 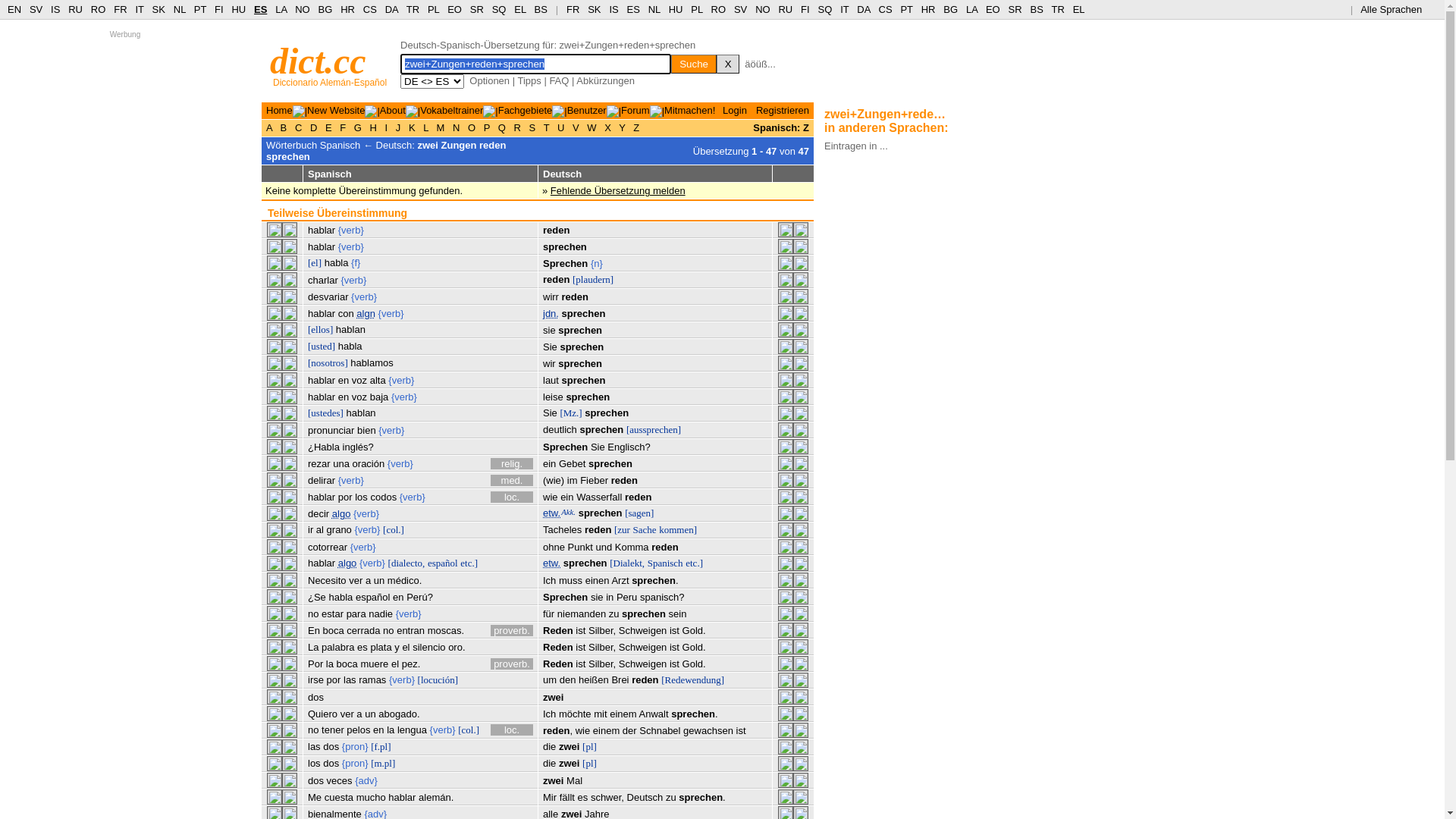 What do you see at coordinates (599, 714) in the screenshot?
I see `'mit'` at bounding box center [599, 714].